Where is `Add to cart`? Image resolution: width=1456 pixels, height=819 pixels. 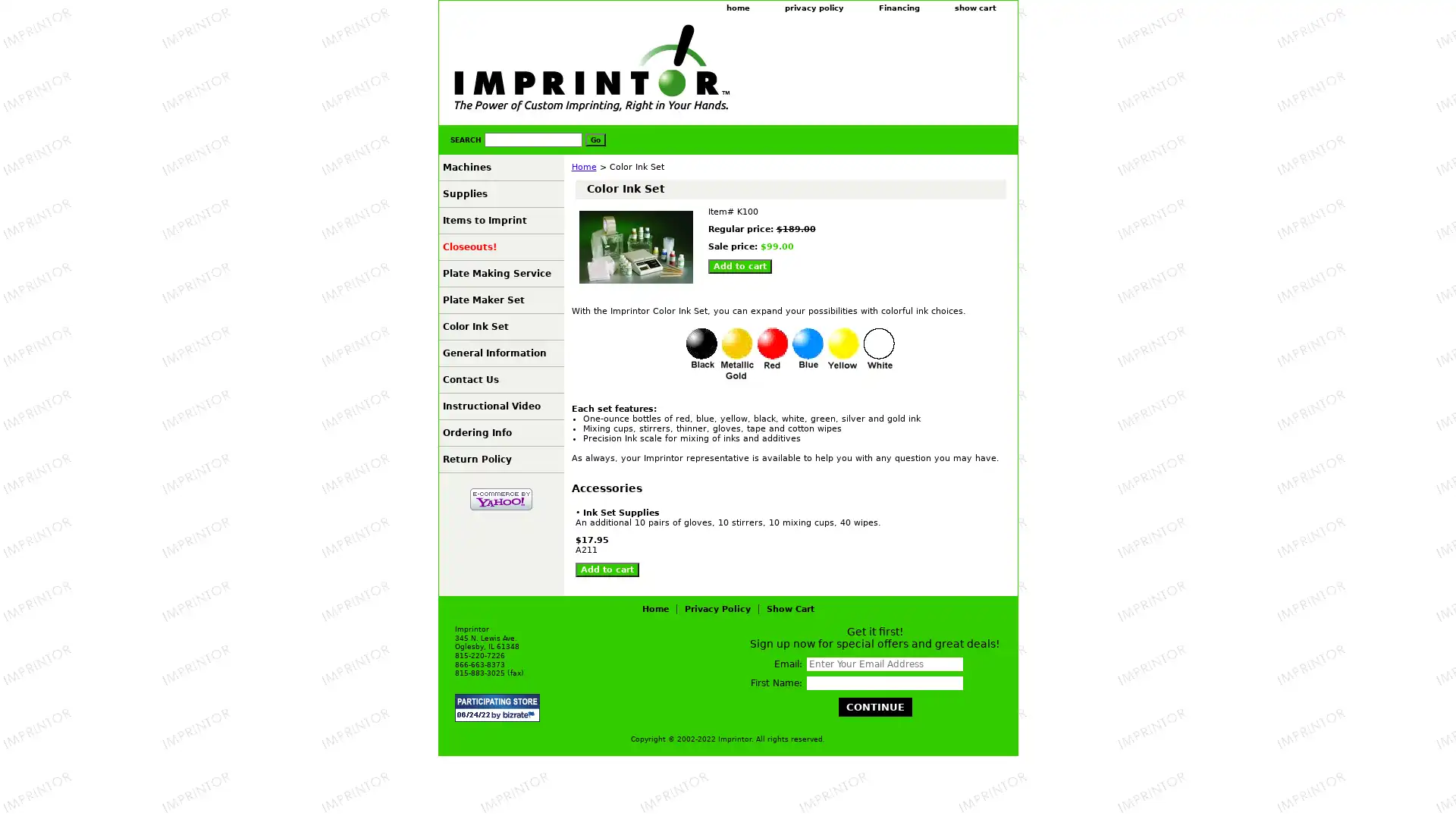 Add to cart is located at coordinates (607, 570).